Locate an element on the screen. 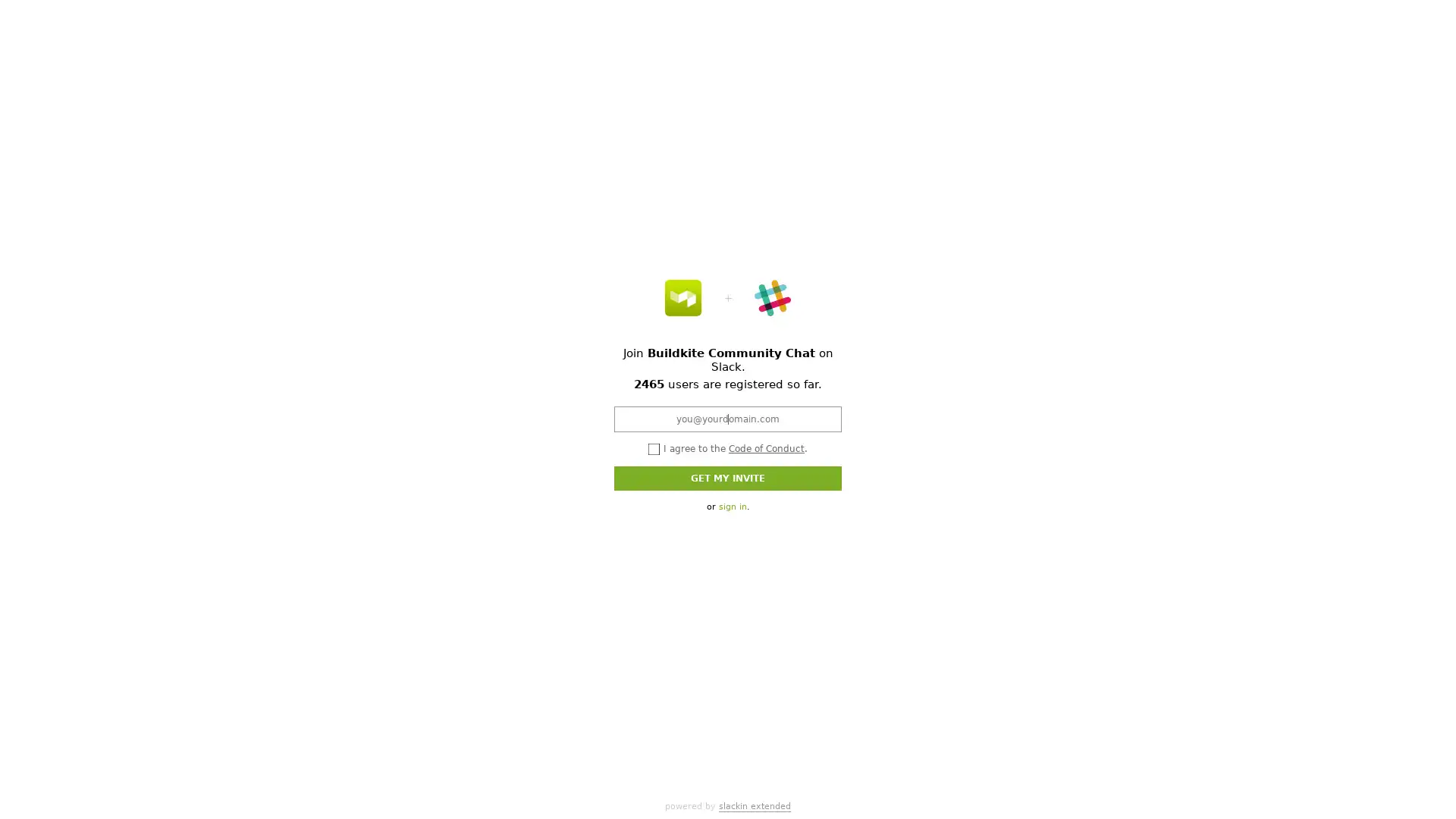 This screenshot has width=1456, height=819. GET MY INVITE is located at coordinates (728, 476).